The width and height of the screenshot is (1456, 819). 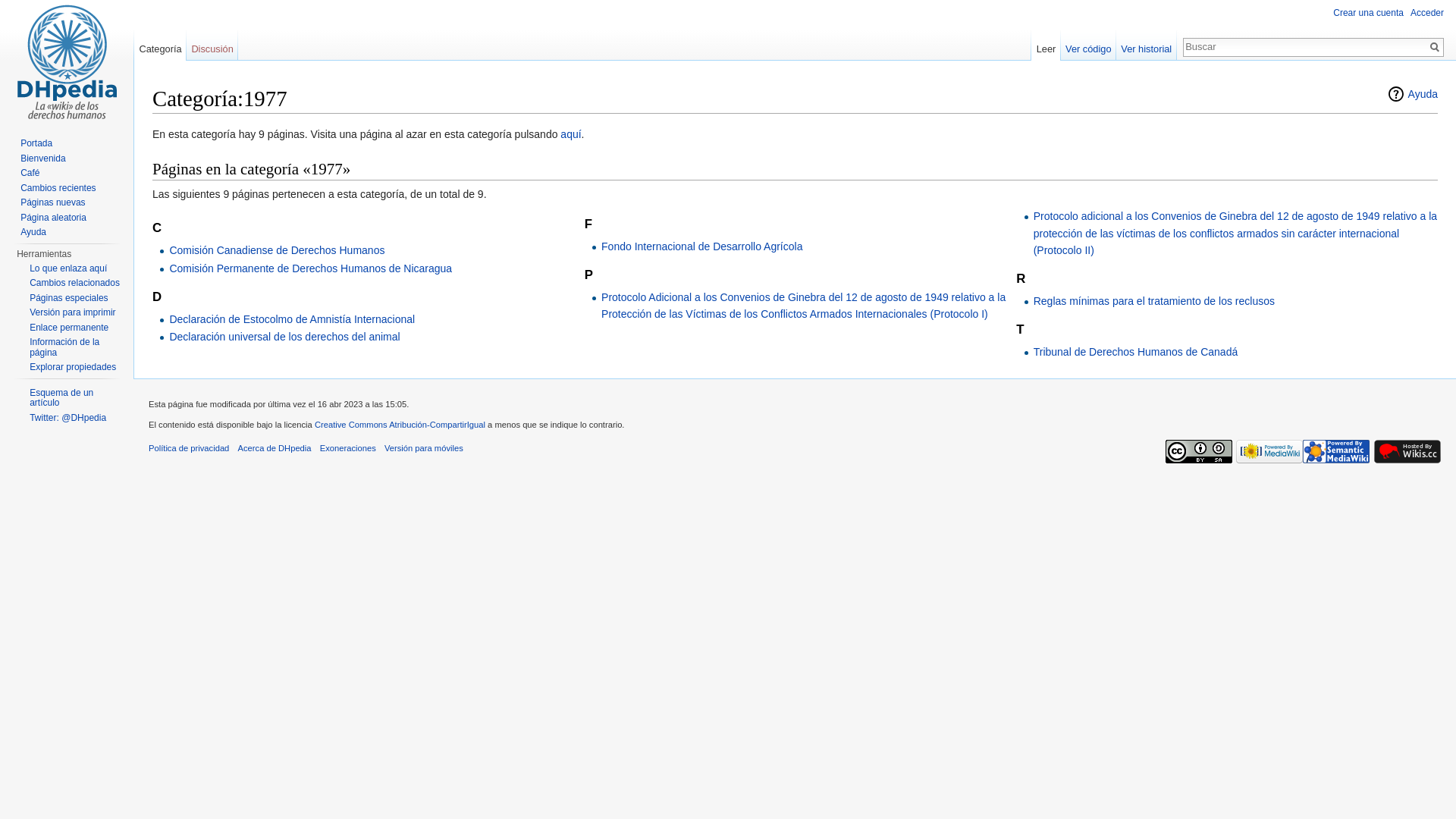 I want to click on 'Bienvenida', so click(x=42, y=158).